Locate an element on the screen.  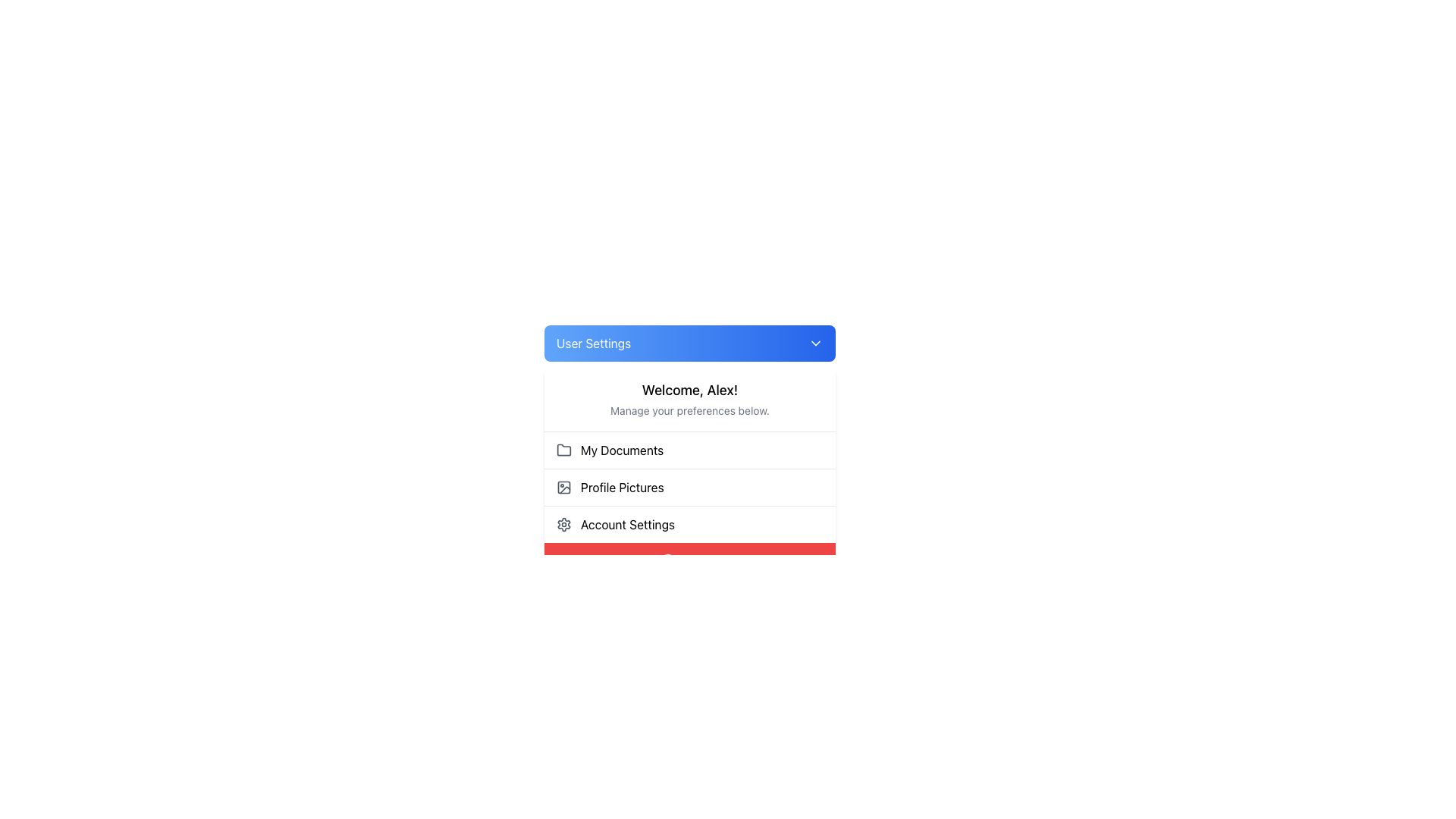
the gear icon located in the 'Account Settings' section, positioned near the bottom of the list is located at coordinates (563, 523).